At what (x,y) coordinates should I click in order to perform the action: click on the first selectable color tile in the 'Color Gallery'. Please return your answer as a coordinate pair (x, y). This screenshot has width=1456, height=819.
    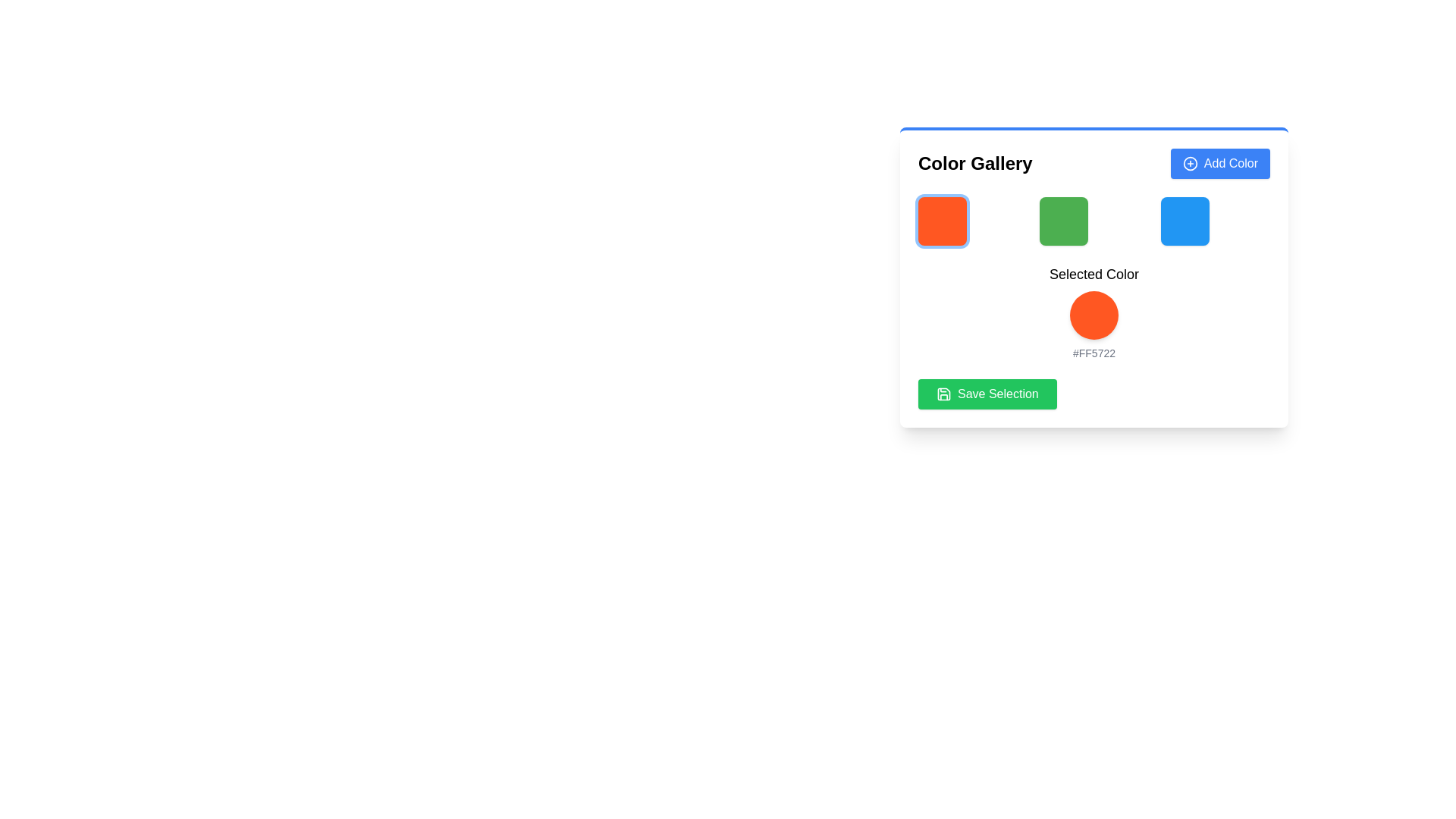
    Looking at the image, I should click on (942, 221).